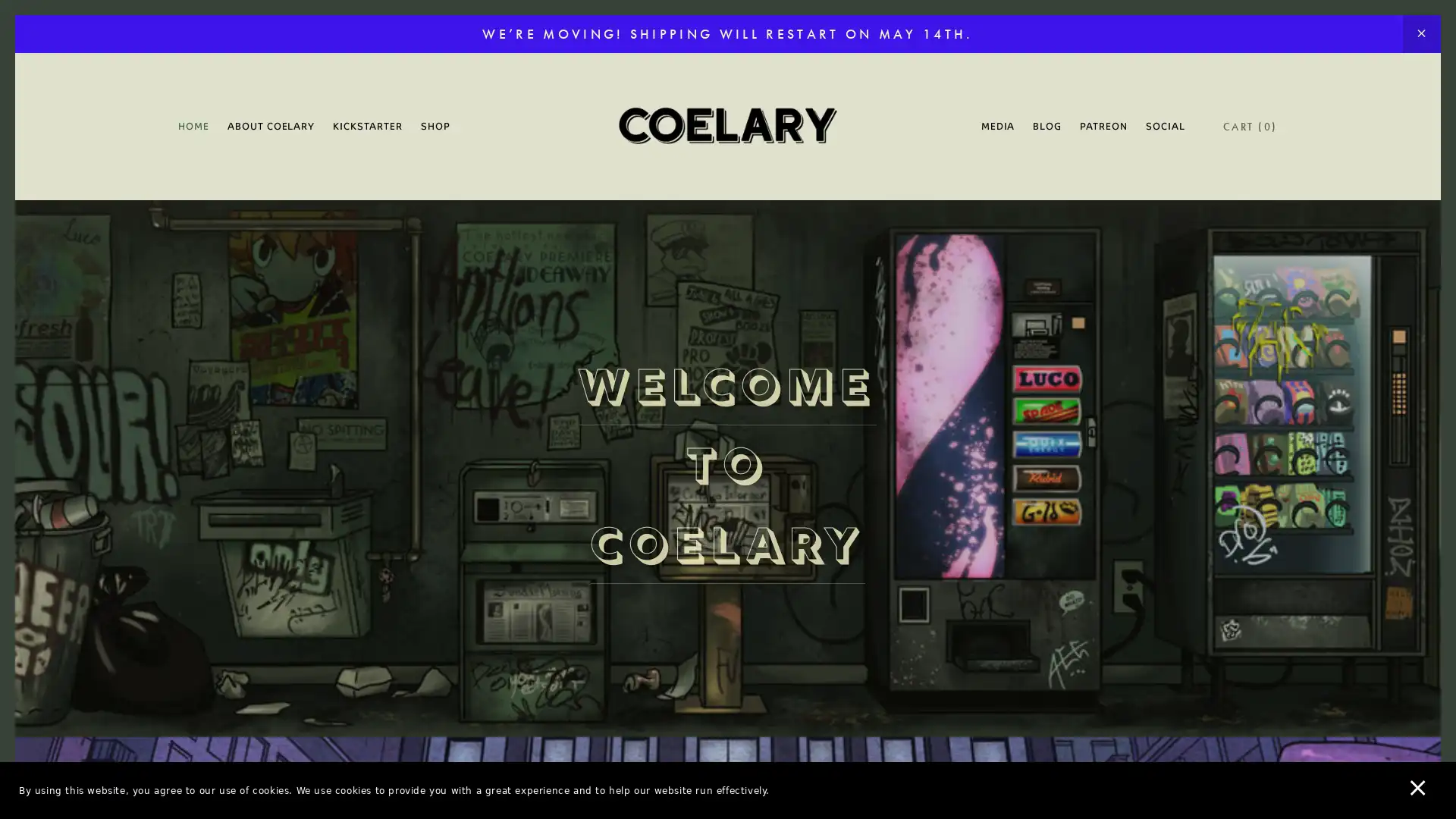 The image size is (1456, 819). What do you see at coordinates (870, 526) in the screenshot?
I see `Subscribe` at bounding box center [870, 526].